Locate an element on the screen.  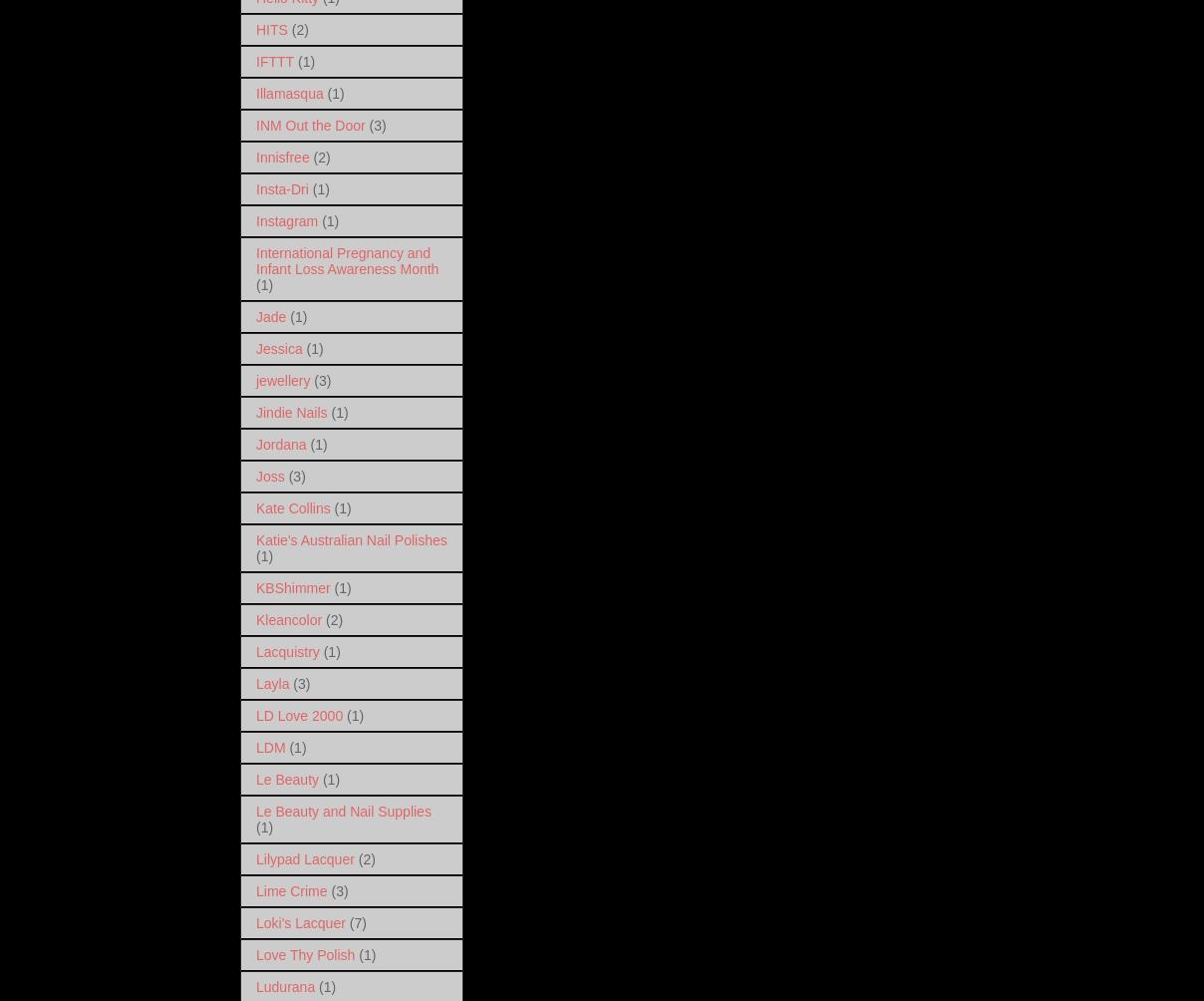
'(7)' is located at coordinates (356, 920).